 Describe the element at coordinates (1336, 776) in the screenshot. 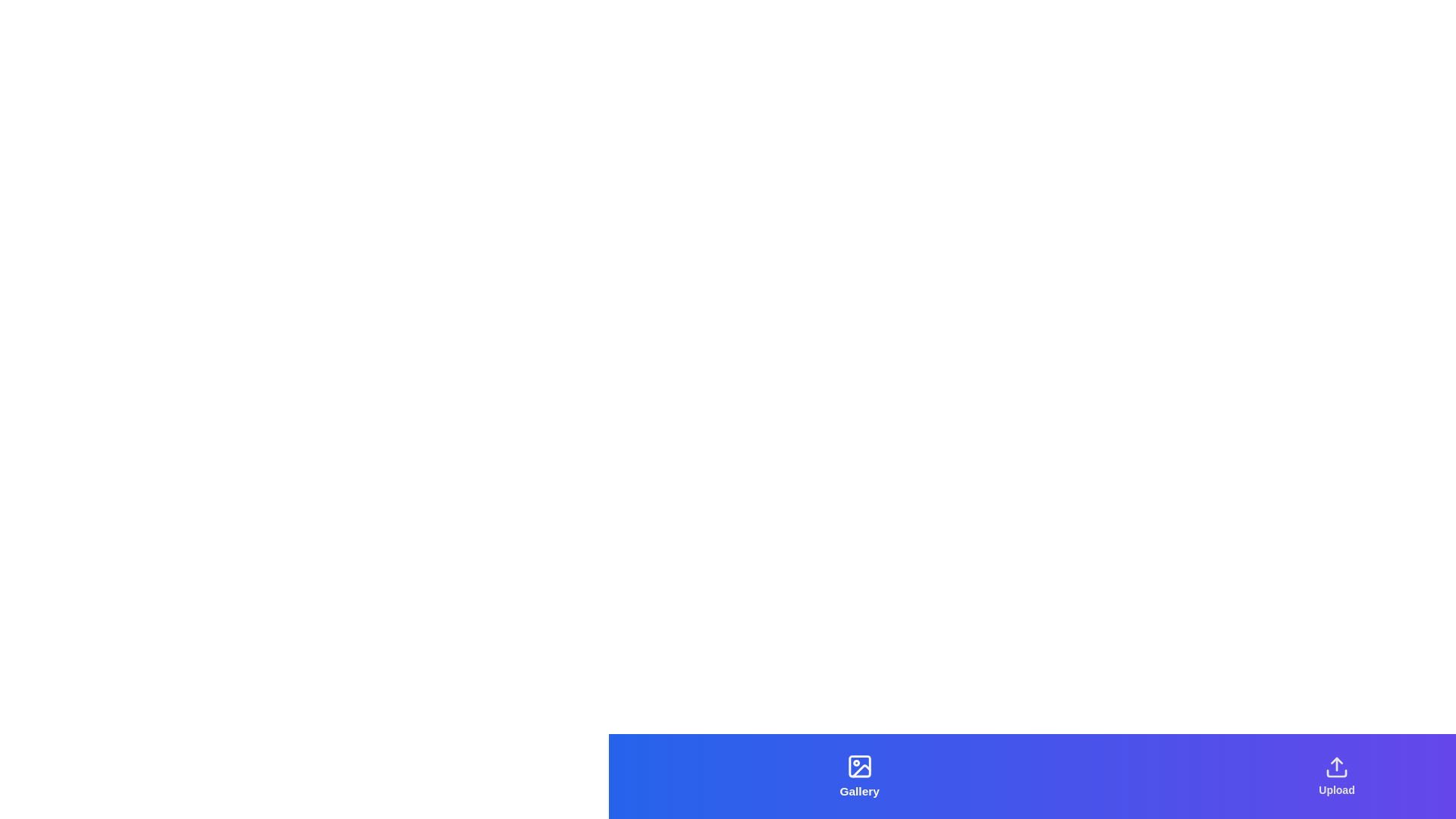

I see `the Upload tab to navigate to its corresponding view` at that location.